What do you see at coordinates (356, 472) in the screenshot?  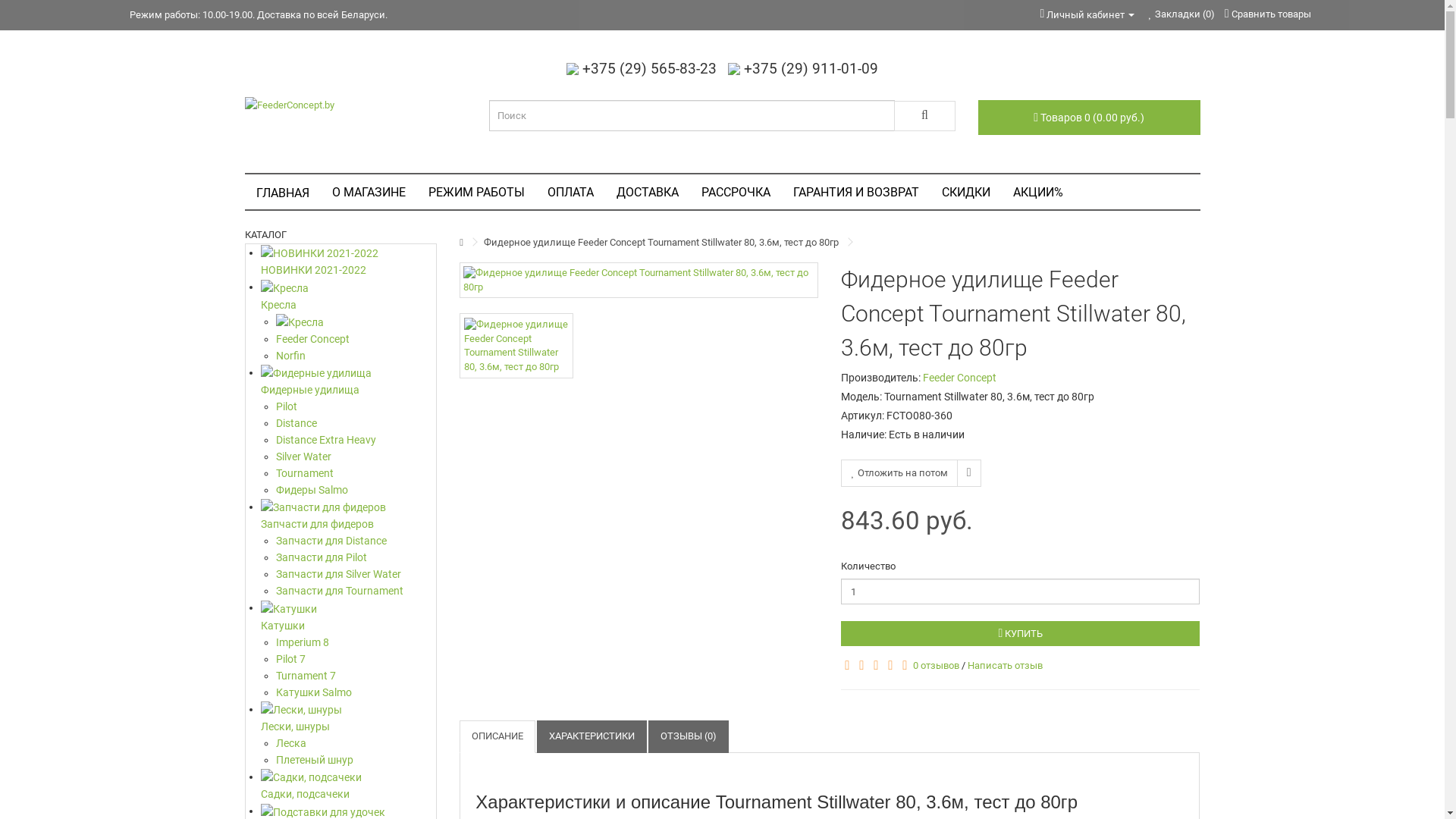 I see `'Tournament'` at bounding box center [356, 472].